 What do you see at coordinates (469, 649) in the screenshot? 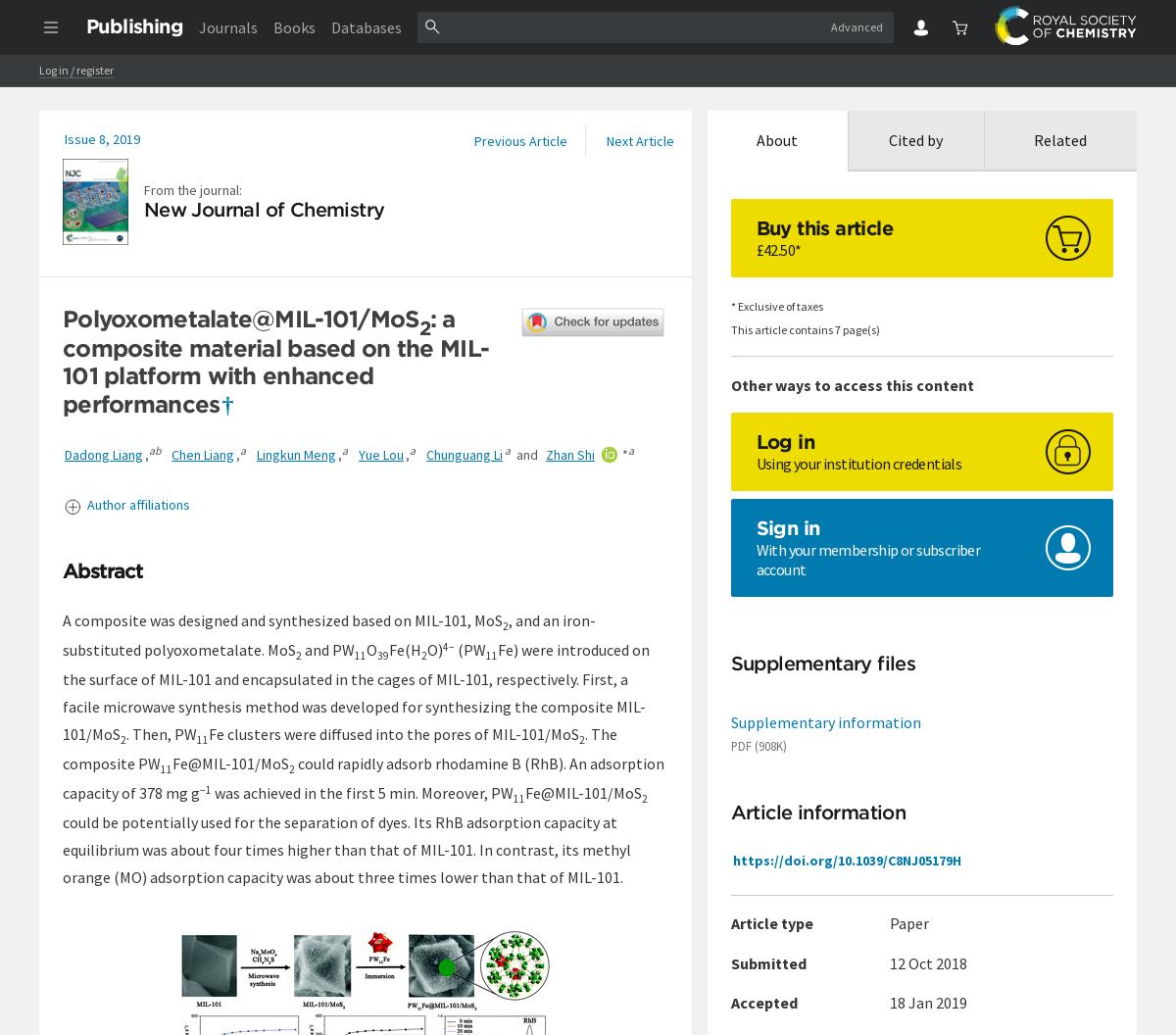
I see `'(PW'` at bounding box center [469, 649].